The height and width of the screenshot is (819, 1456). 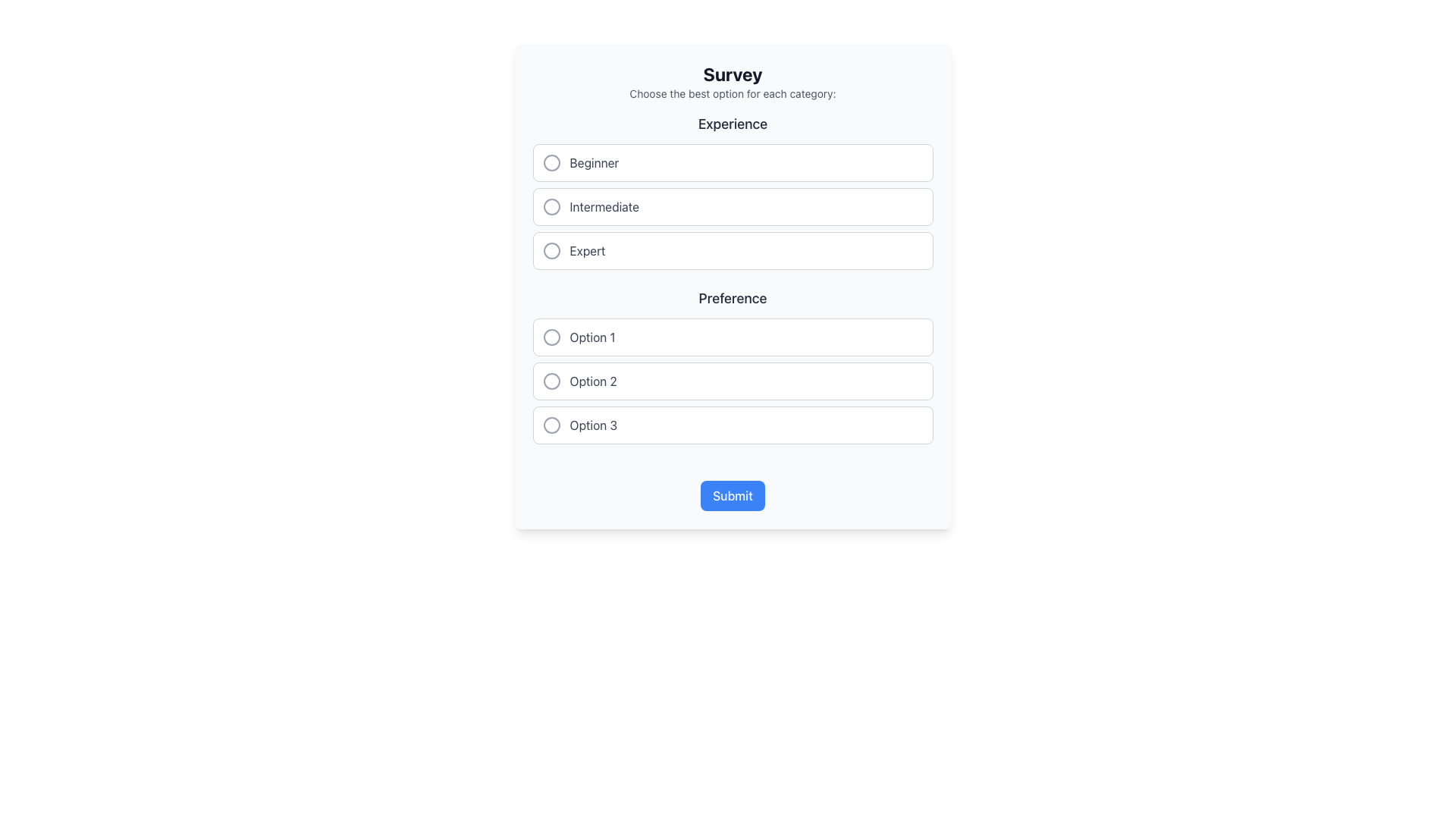 What do you see at coordinates (551, 425) in the screenshot?
I see `the circular radio button representing 'Option 3' in the 'Preference' section of the form by clicking on it` at bounding box center [551, 425].